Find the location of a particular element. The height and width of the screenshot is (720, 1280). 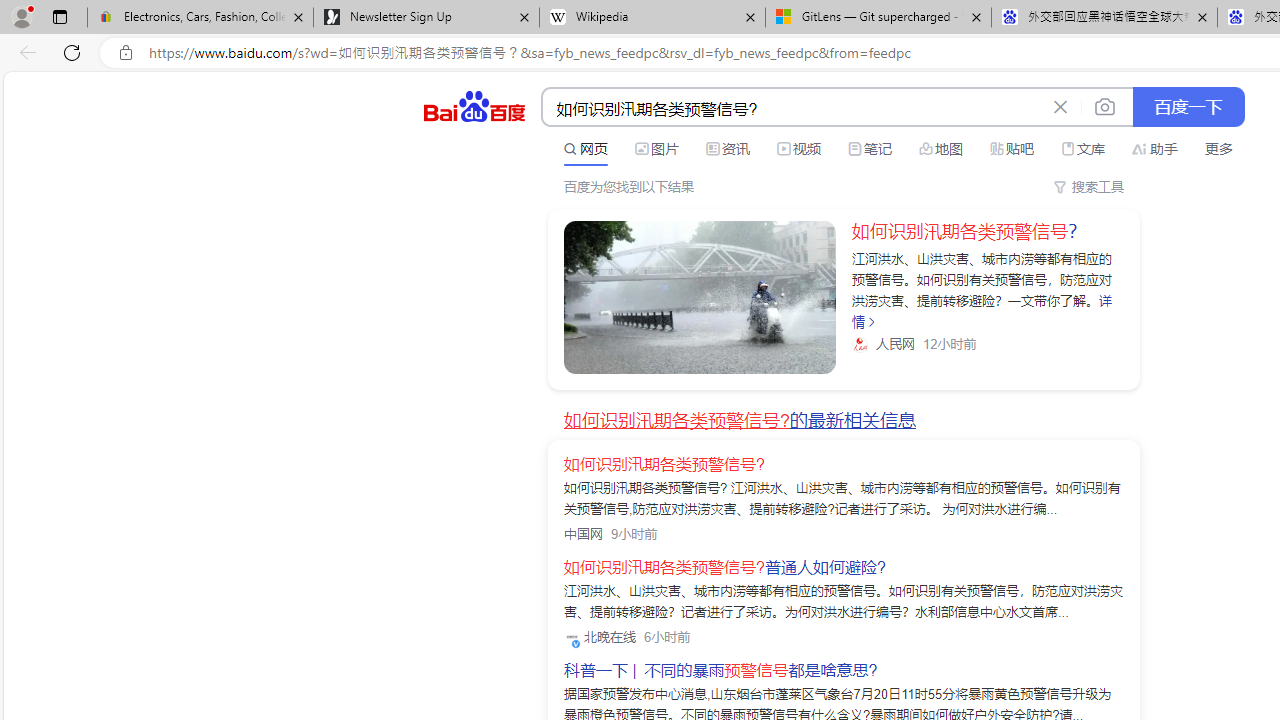

'Wikipedia' is located at coordinates (652, 17).